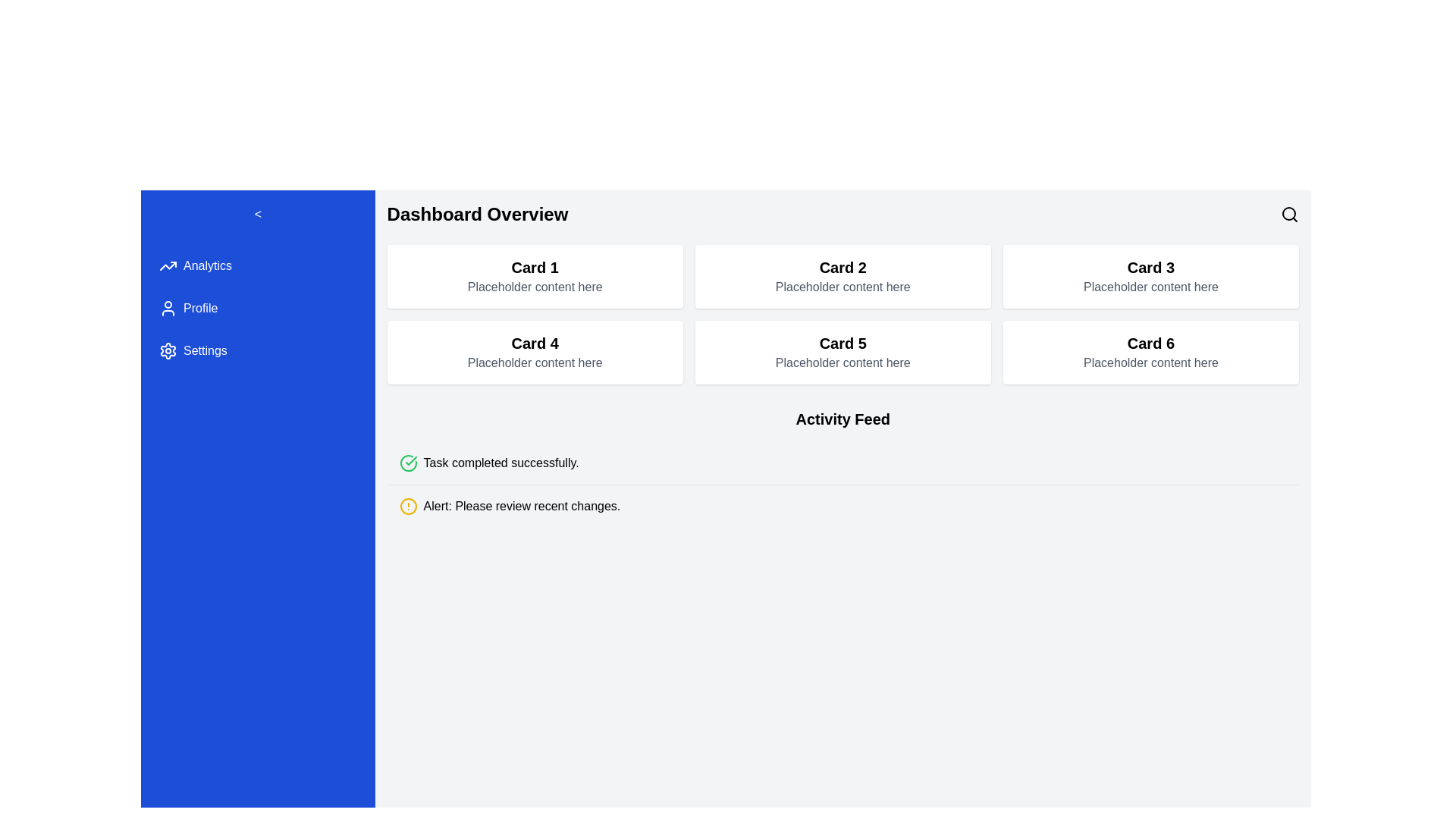  What do you see at coordinates (842, 343) in the screenshot?
I see `the static text label that serves as the title for the fifth card in the grid layout, positioned above the description text 'Placeholder content here'` at bounding box center [842, 343].